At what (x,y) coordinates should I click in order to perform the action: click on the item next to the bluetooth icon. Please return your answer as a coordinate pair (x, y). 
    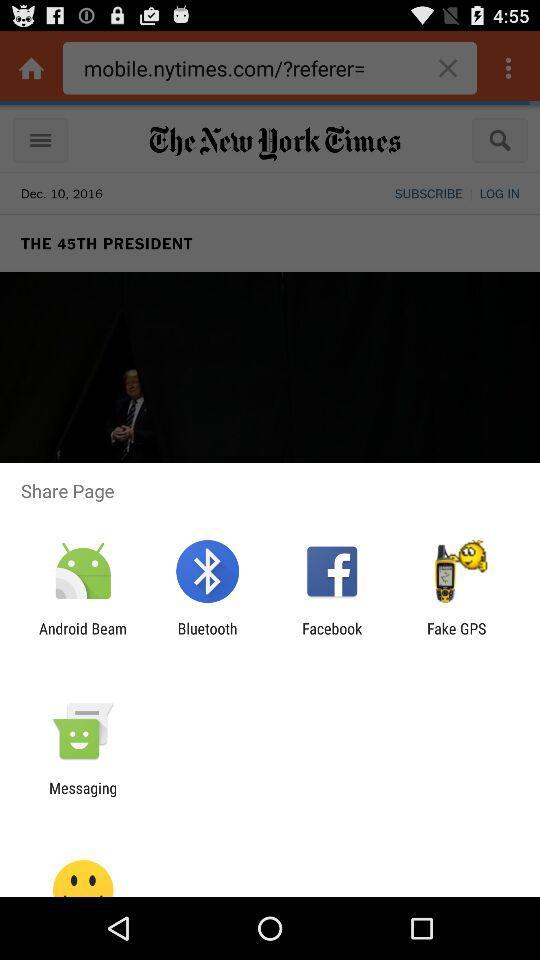
    Looking at the image, I should click on (82, 636).